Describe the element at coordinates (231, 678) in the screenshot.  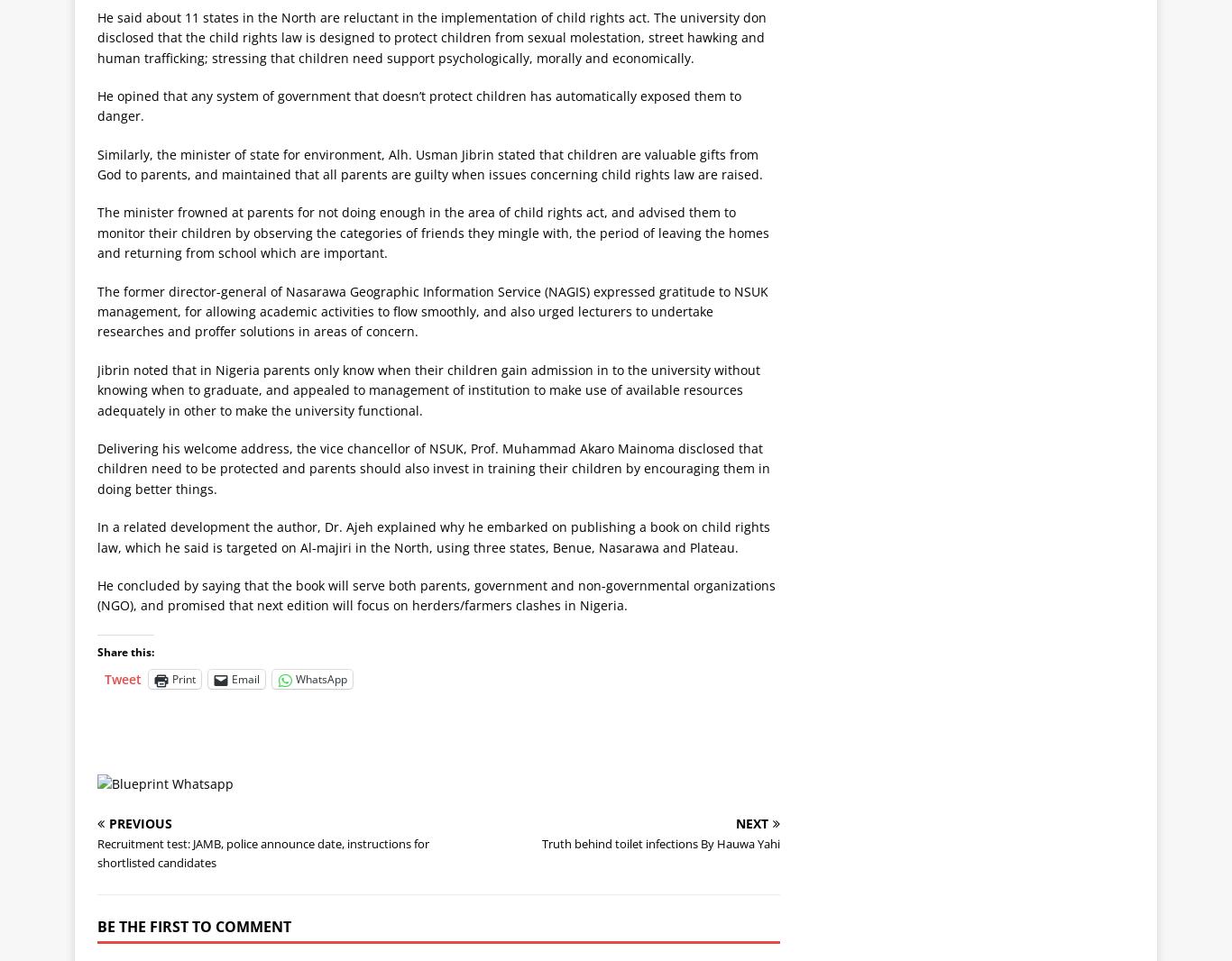
I see `'Email'` at that location.